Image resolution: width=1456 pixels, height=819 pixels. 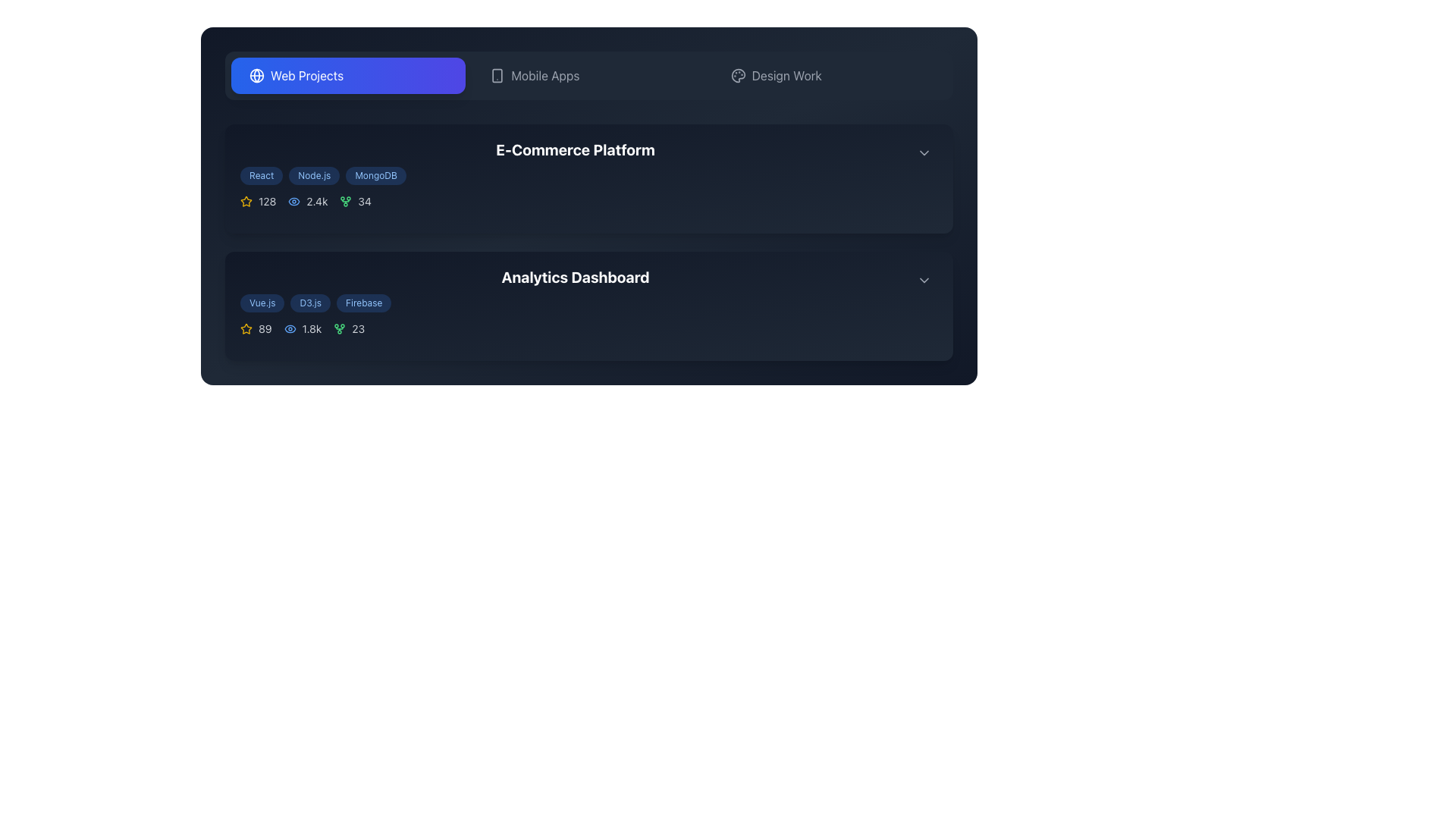 I want to click on the Icon and Text Pair that represents the number of branches or forks, so click(x=355, y=201).